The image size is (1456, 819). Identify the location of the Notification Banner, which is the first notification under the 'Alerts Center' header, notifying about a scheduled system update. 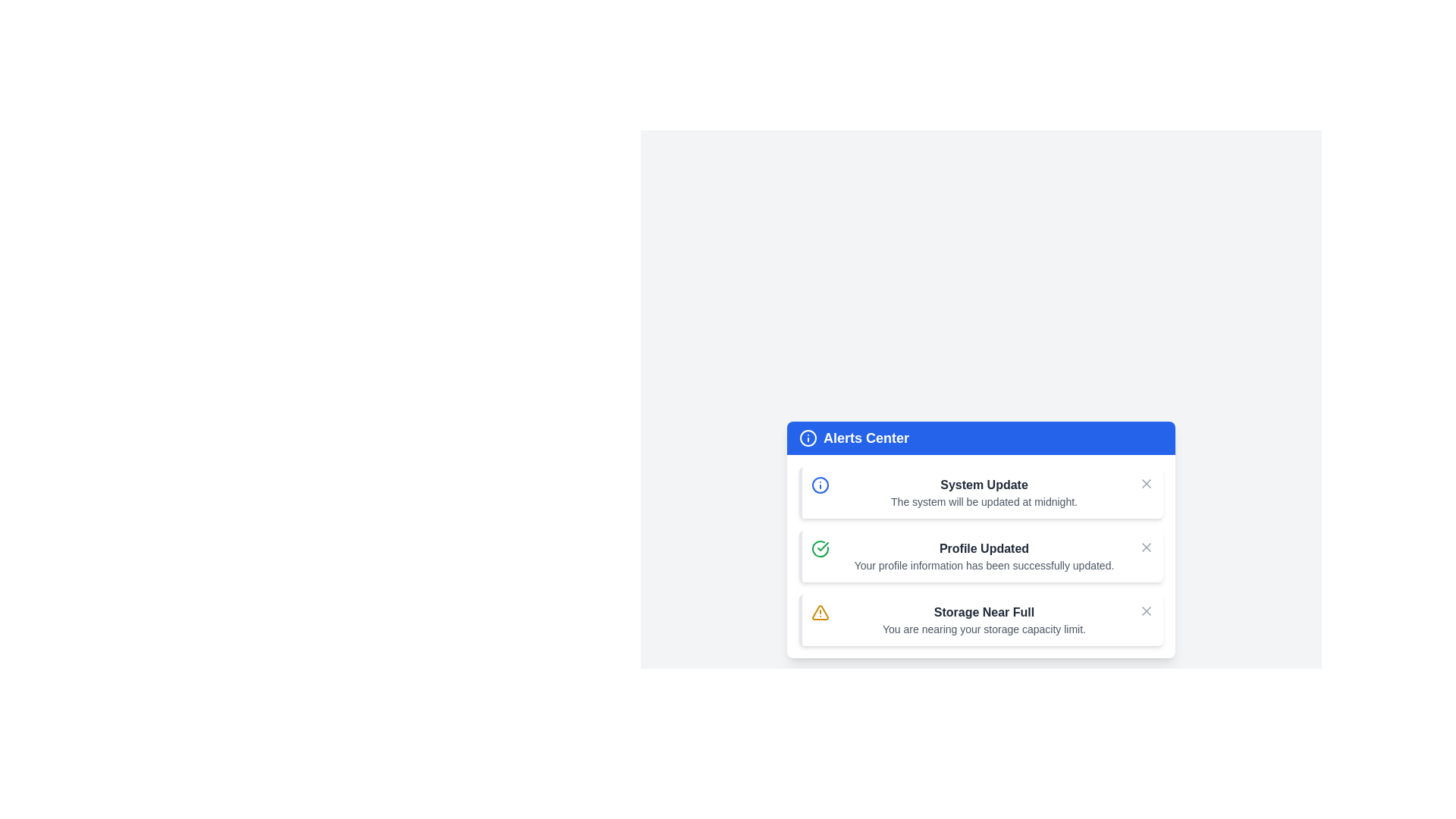
(981, 493).